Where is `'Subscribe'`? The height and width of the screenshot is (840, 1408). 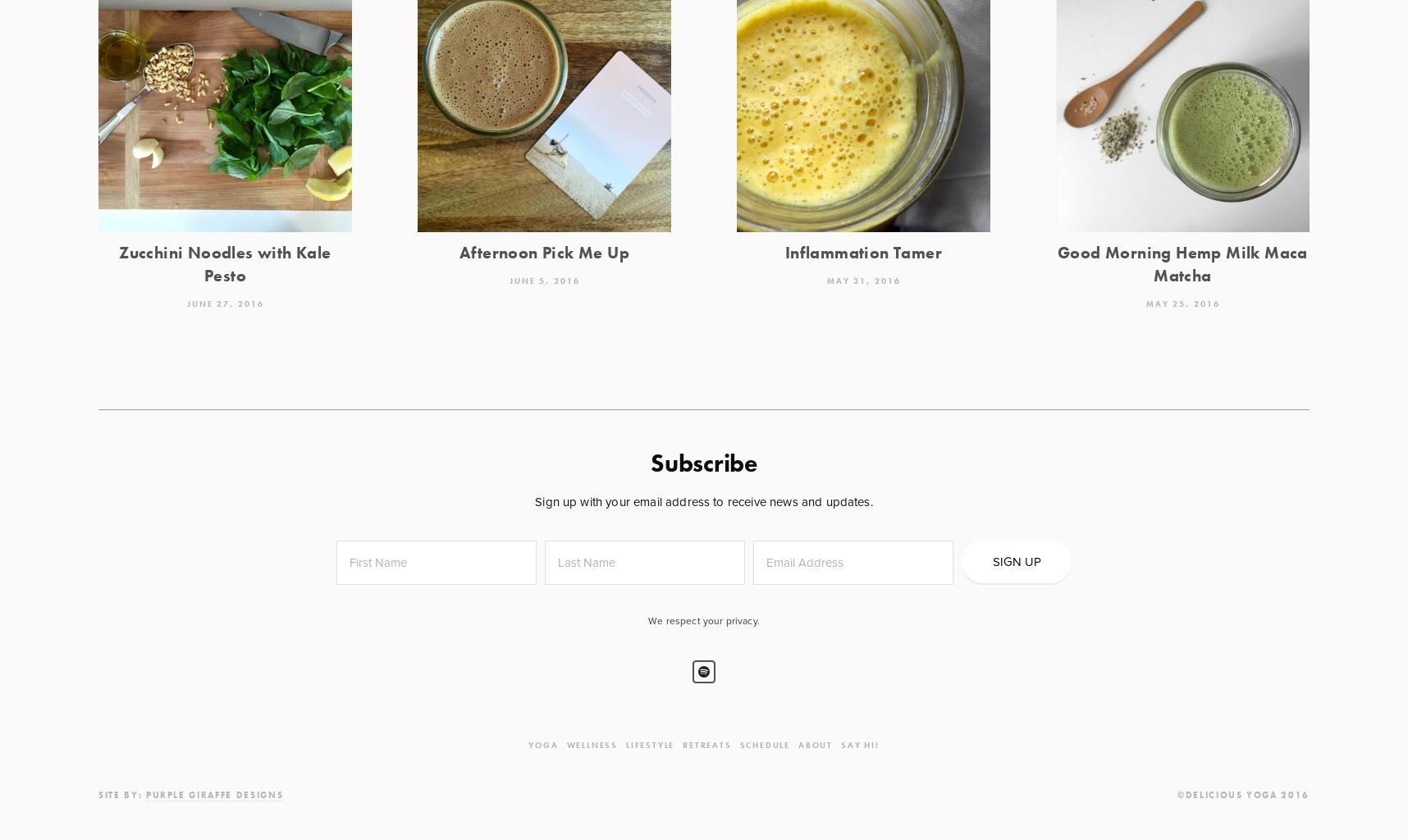
'Subscribe' is located at coordinates (703, 462).